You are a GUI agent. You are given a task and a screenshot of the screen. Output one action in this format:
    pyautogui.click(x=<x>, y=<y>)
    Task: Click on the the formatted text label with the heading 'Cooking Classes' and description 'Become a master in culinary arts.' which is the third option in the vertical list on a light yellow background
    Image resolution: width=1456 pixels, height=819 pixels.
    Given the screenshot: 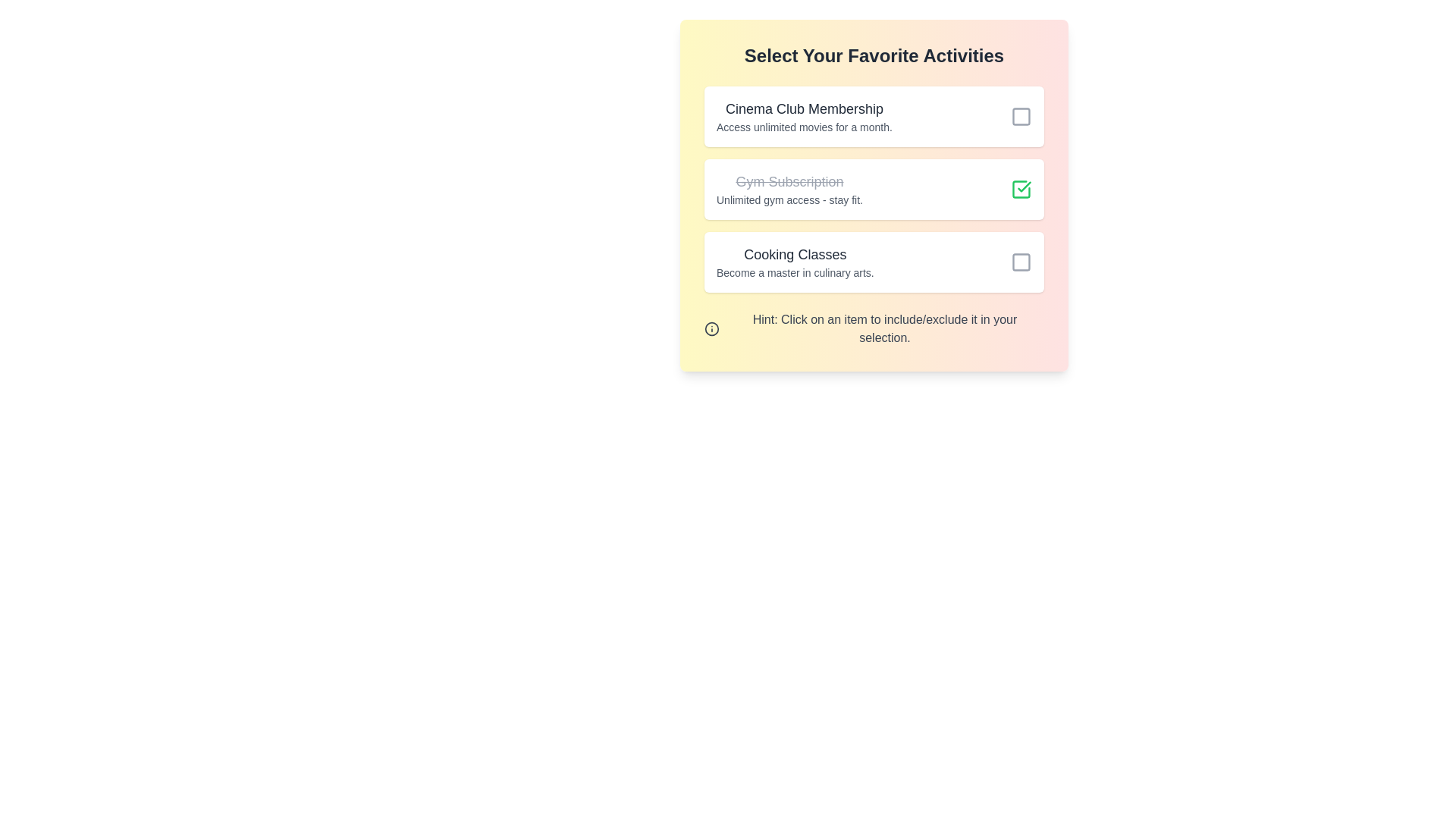 What is the action you would take?
    pyautogui.click(x=794, y=262)
    